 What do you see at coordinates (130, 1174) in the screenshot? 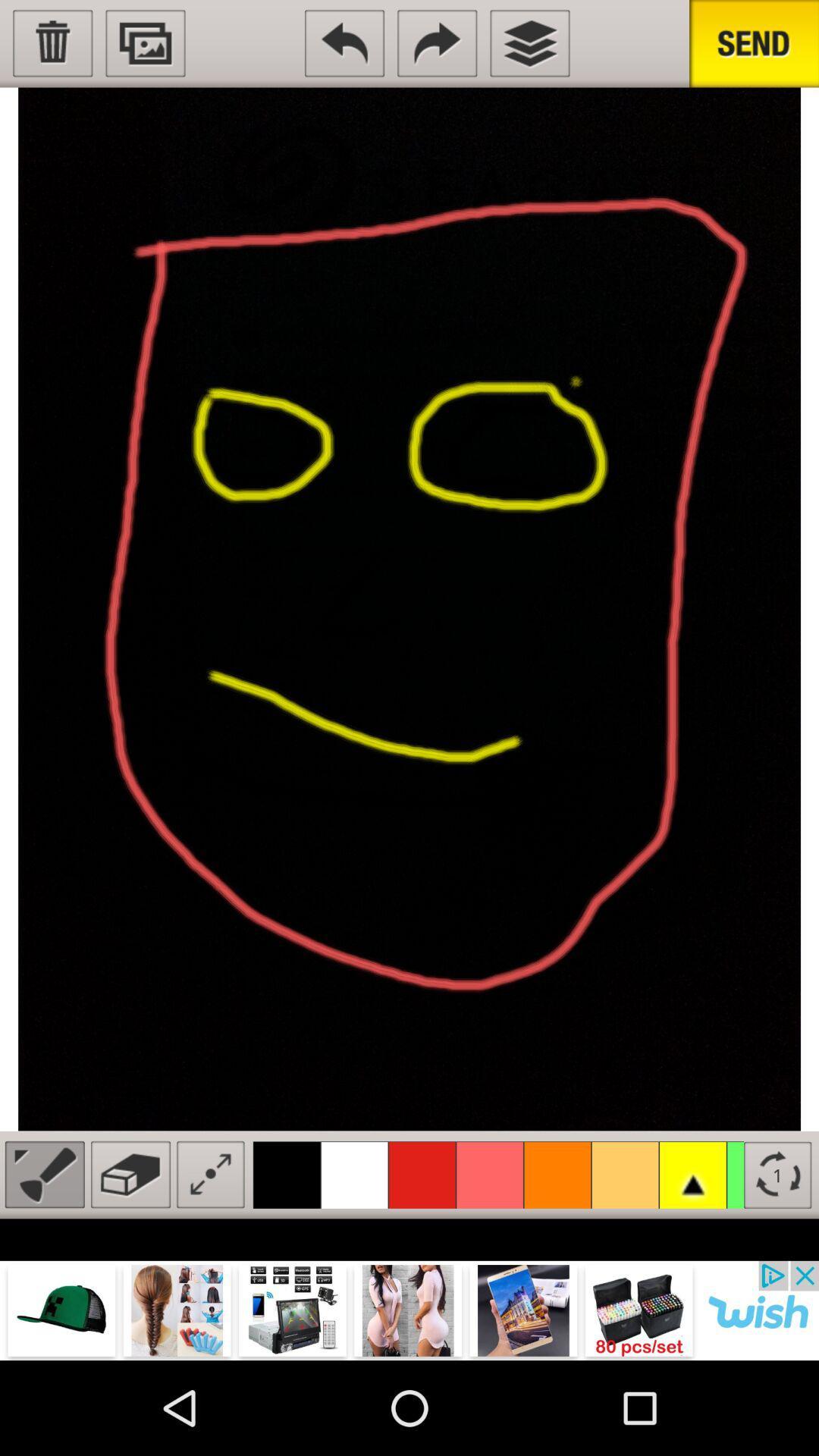
I see `eraser tool` at bounding box center [130, 1174].